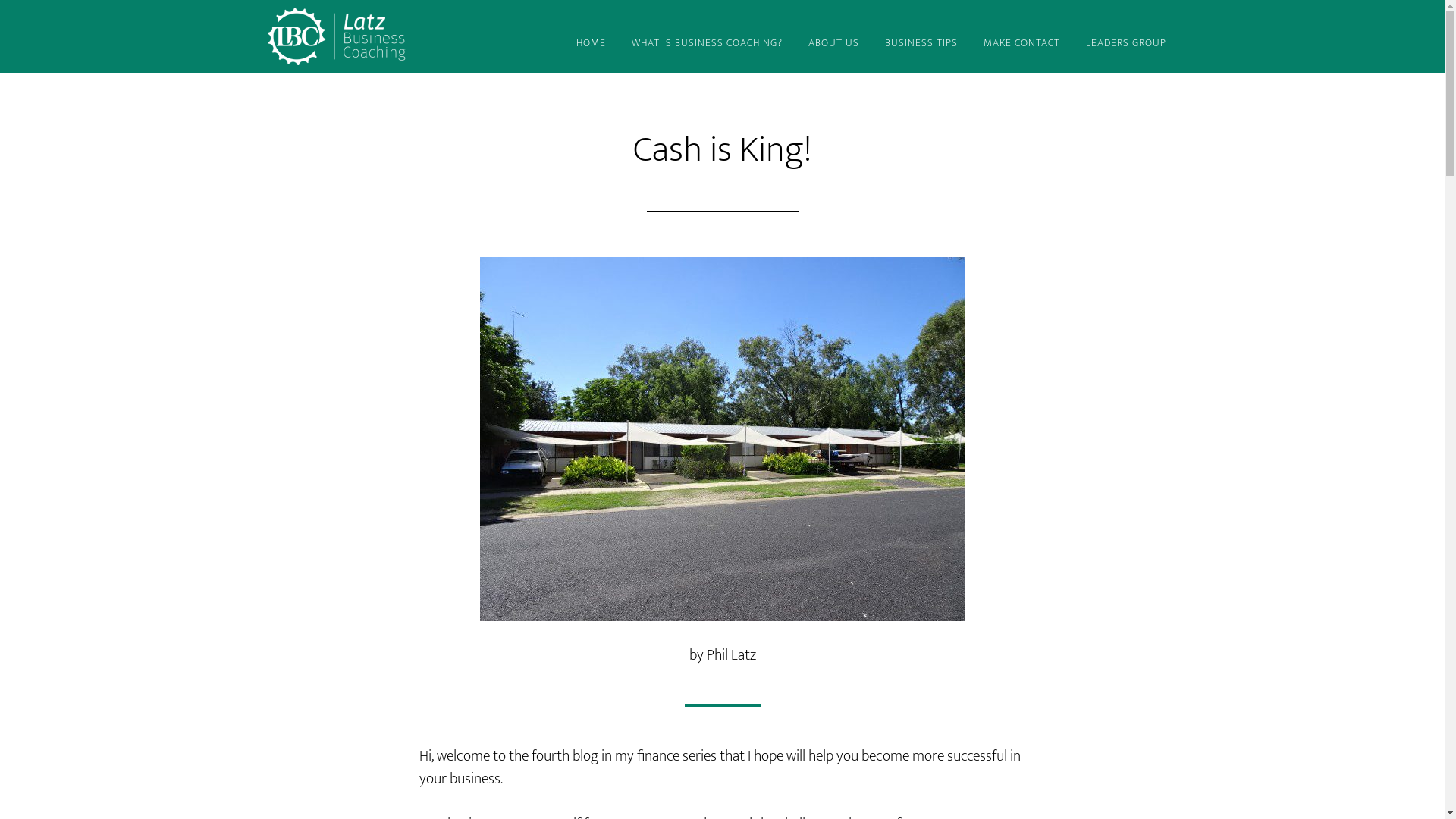 The image size is (1456, 819). Describe the element at coordinates (795, 42) in the screenshot. I see `'ABOUT US'` at that location.